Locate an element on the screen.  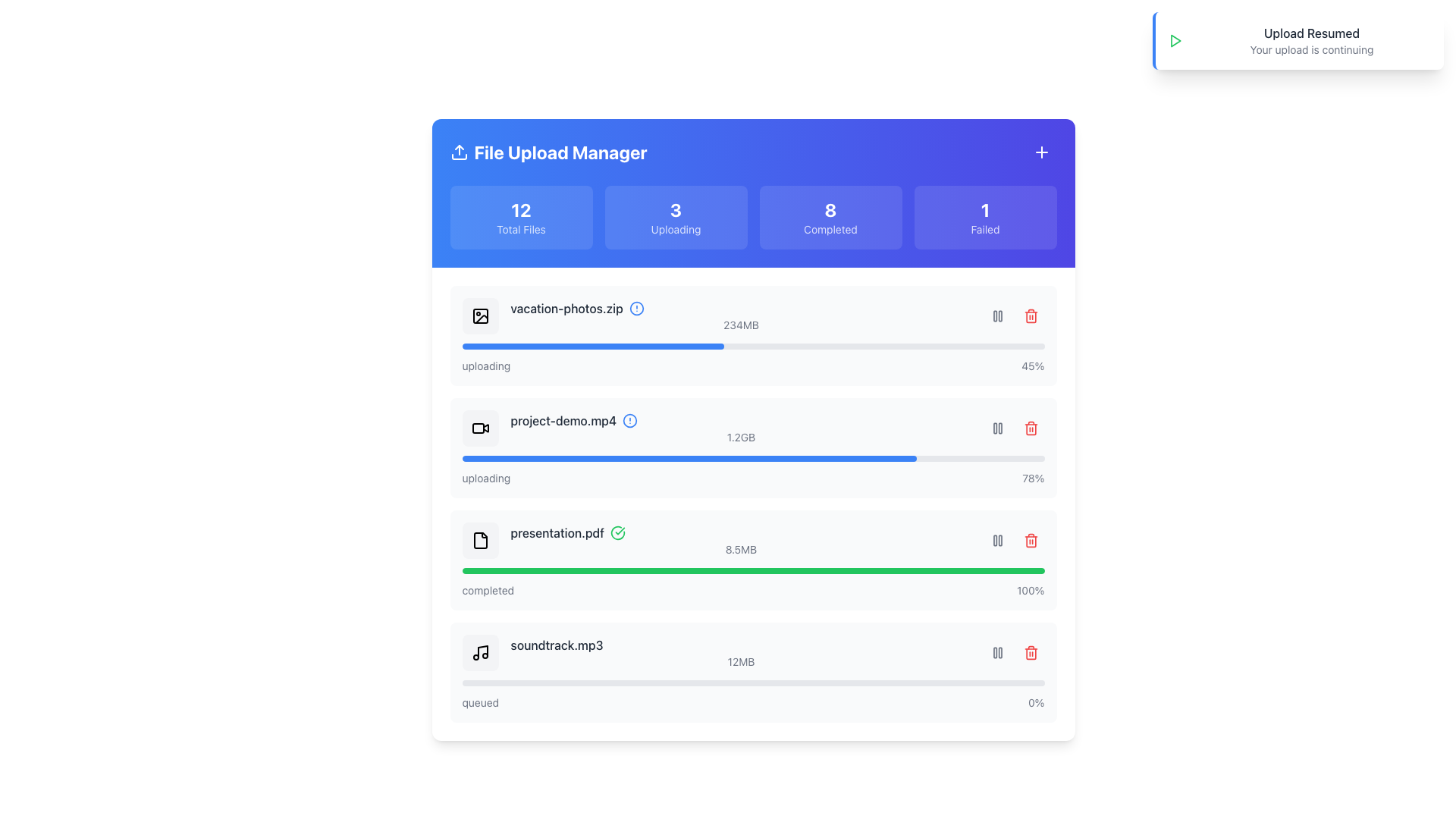
the small, rounded, rectangular 'pause' button located to the right of 'soundtrack.mp3' in the file upload manager interface is located at coordinates (997, 651).